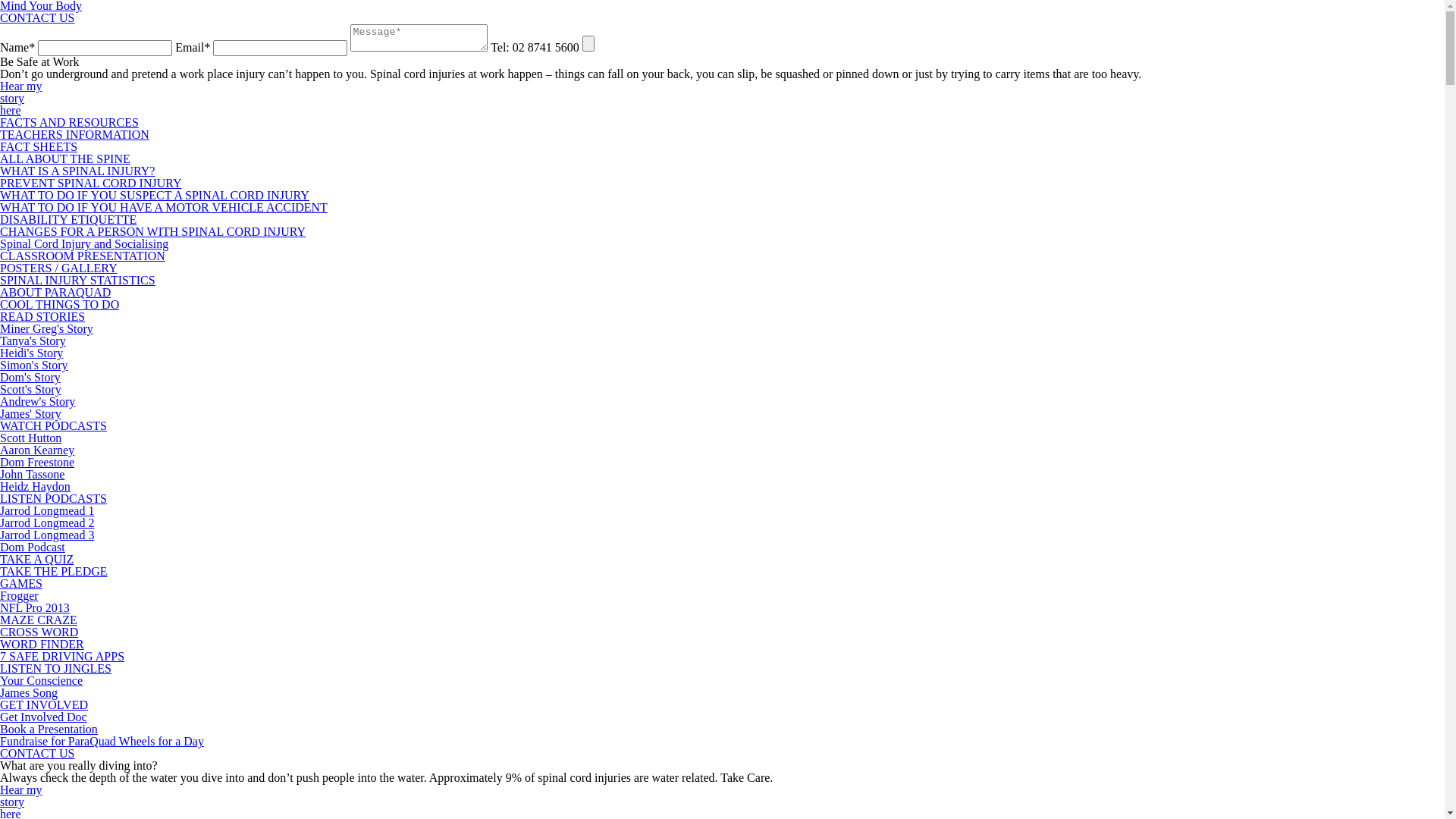  Describe the element at coordinates (33, 547) in the screenshot. I see `'Dom Podcast'` at that location.